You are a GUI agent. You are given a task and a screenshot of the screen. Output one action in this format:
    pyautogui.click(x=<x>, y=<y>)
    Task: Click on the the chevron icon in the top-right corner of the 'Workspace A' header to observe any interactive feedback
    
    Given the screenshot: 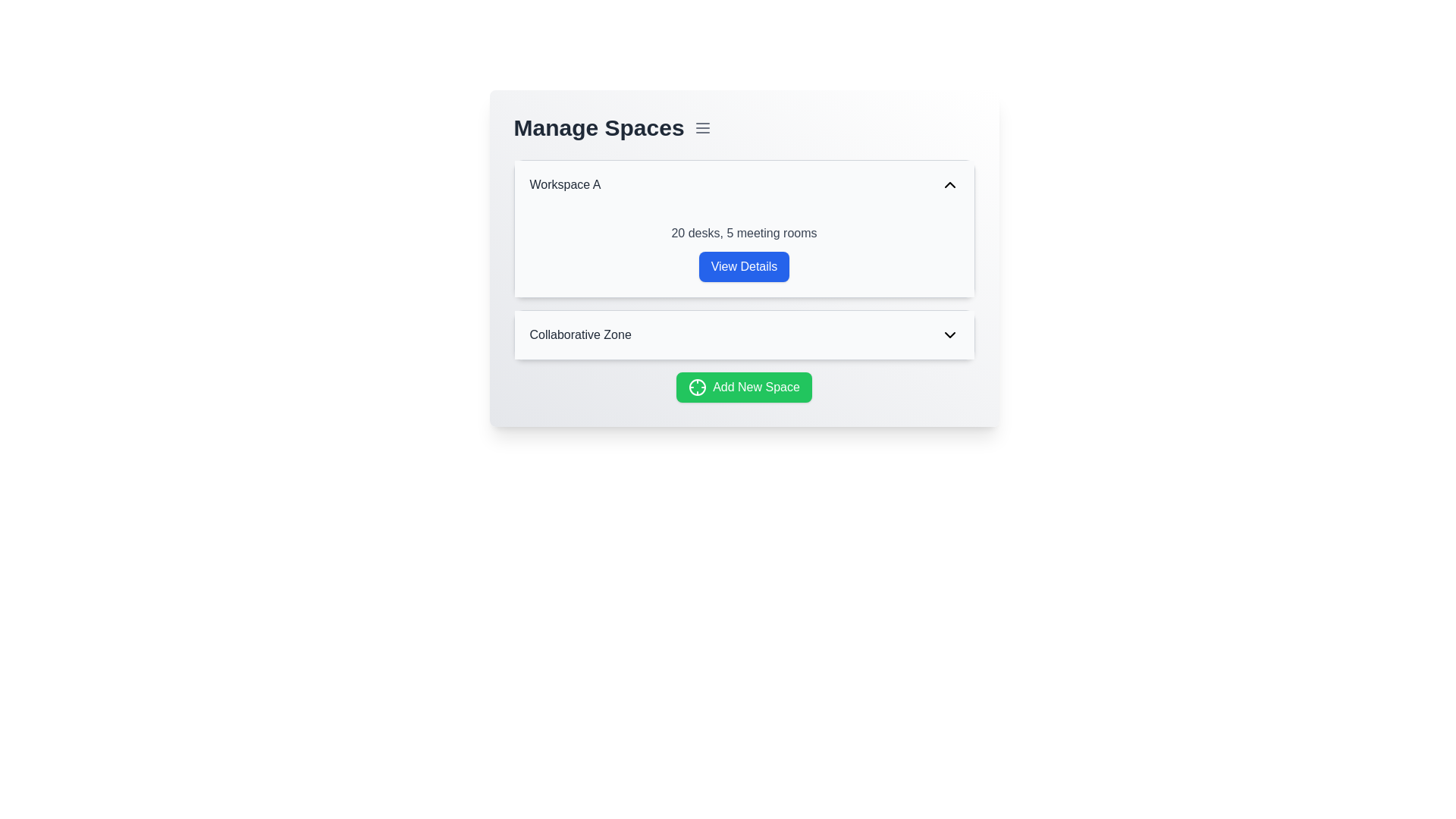 What is the action you would take?
    pyautogui.click(x=949, y=184)
    